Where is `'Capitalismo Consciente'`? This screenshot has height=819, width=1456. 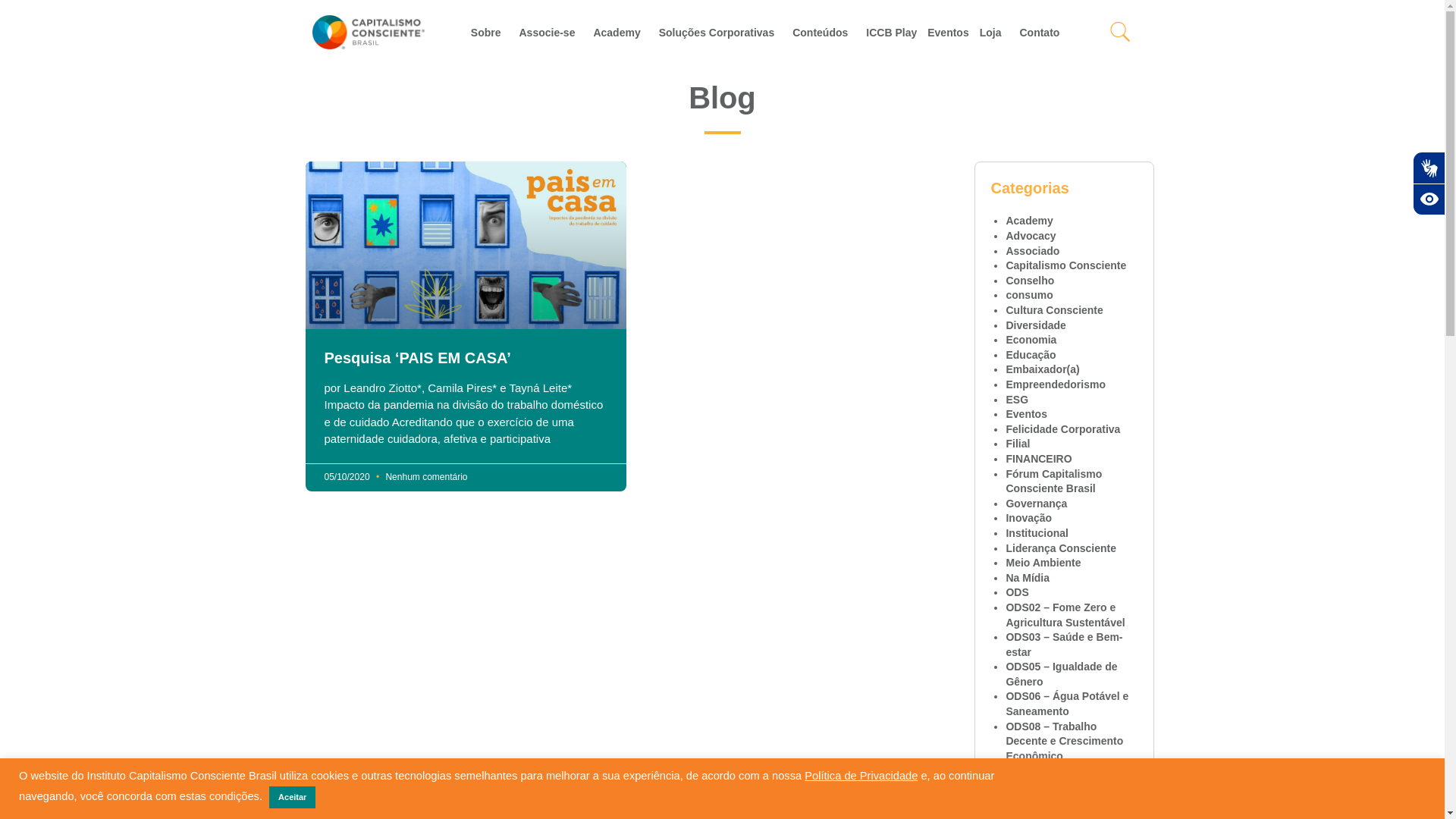 'Capitalismo Consciente' is located at coordinates (1065, 265).